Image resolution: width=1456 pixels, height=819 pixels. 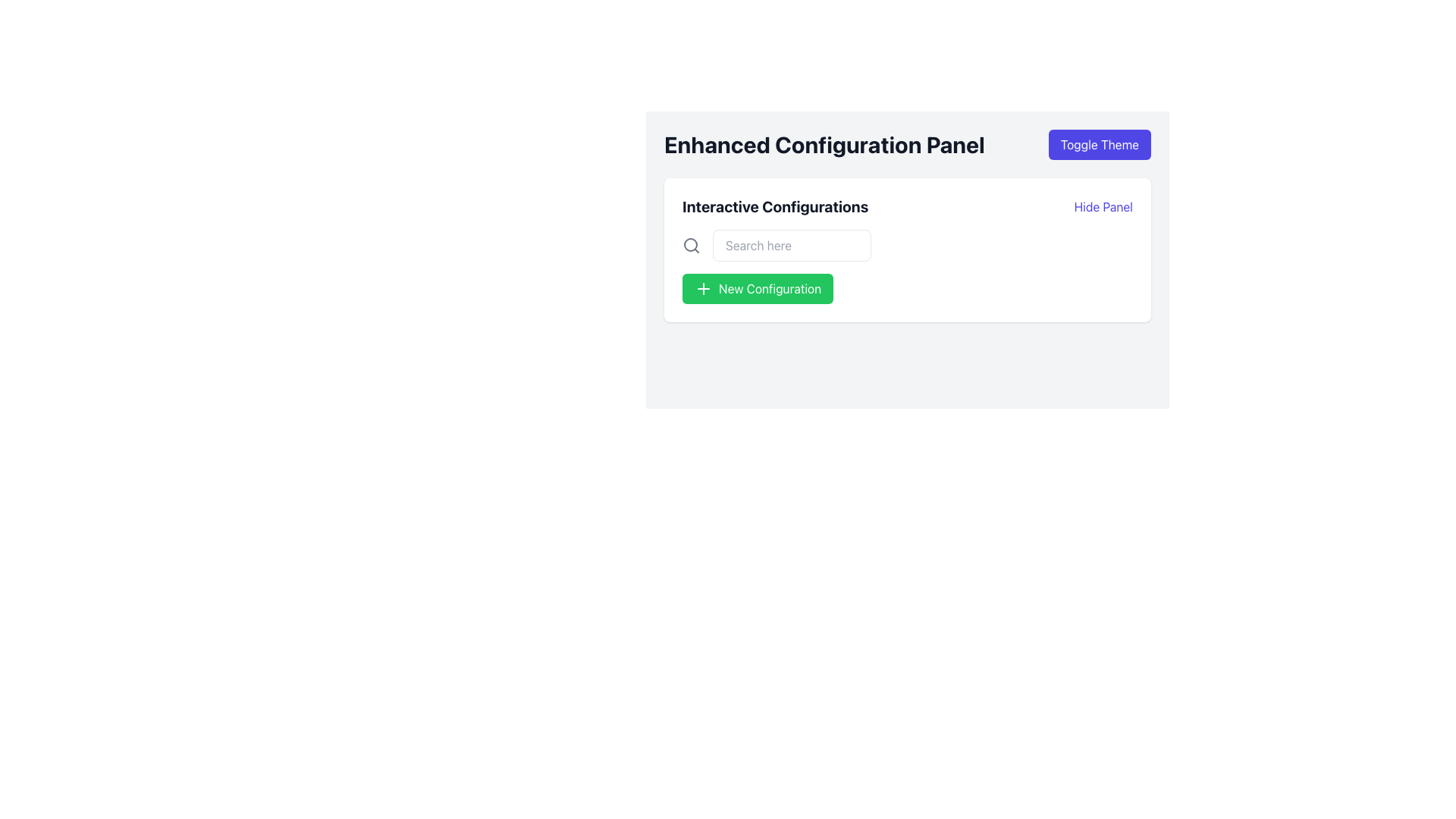 What do you see at coordinates (690, 244) in the screenshot?
I see `the circular magnifying glass icon located to the left of the 'Search here' text input box` at bounding box center [690, 244].